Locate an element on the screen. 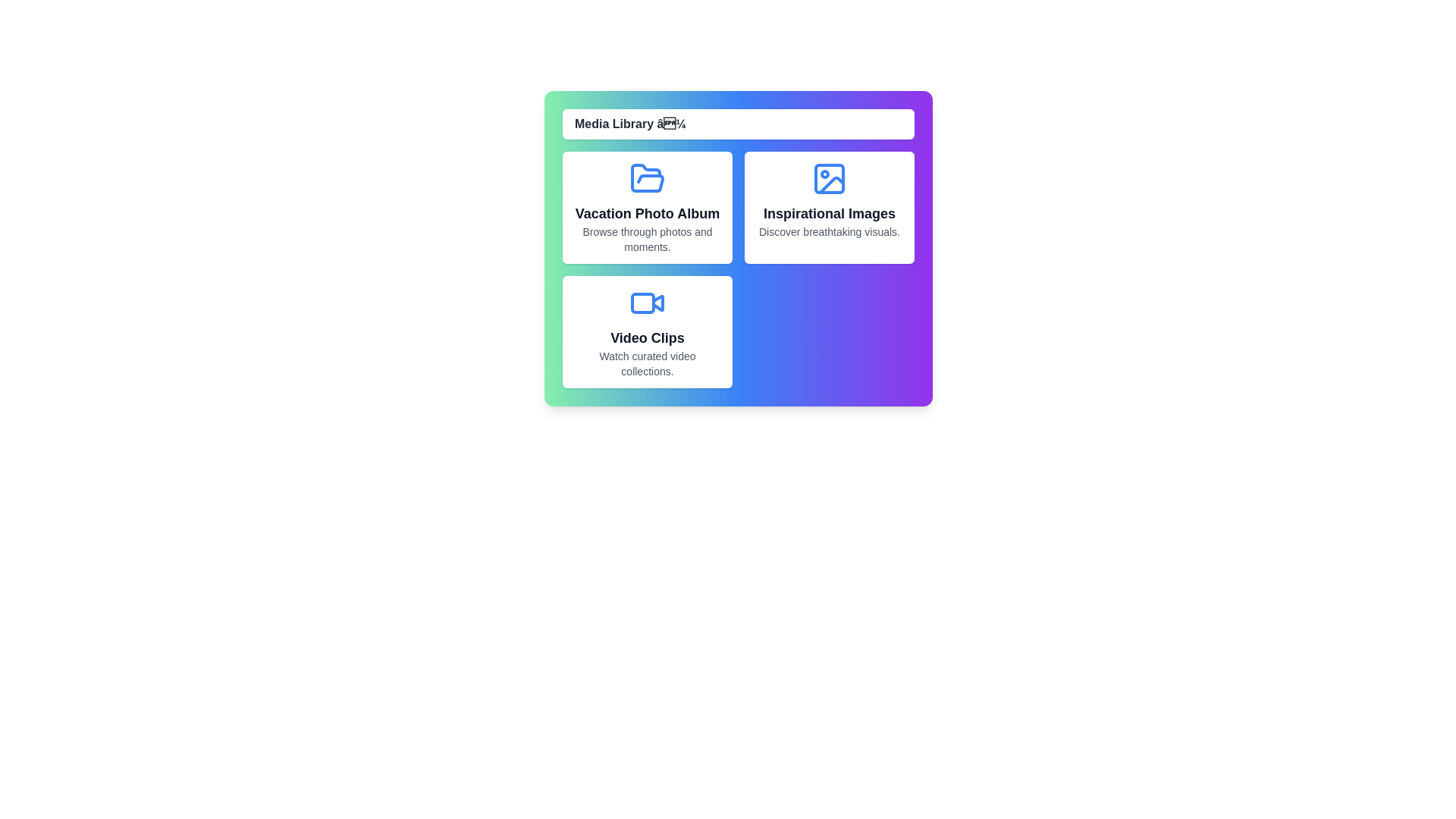  the media item Video Clips to focus on it is located at coordinates (648, 331).